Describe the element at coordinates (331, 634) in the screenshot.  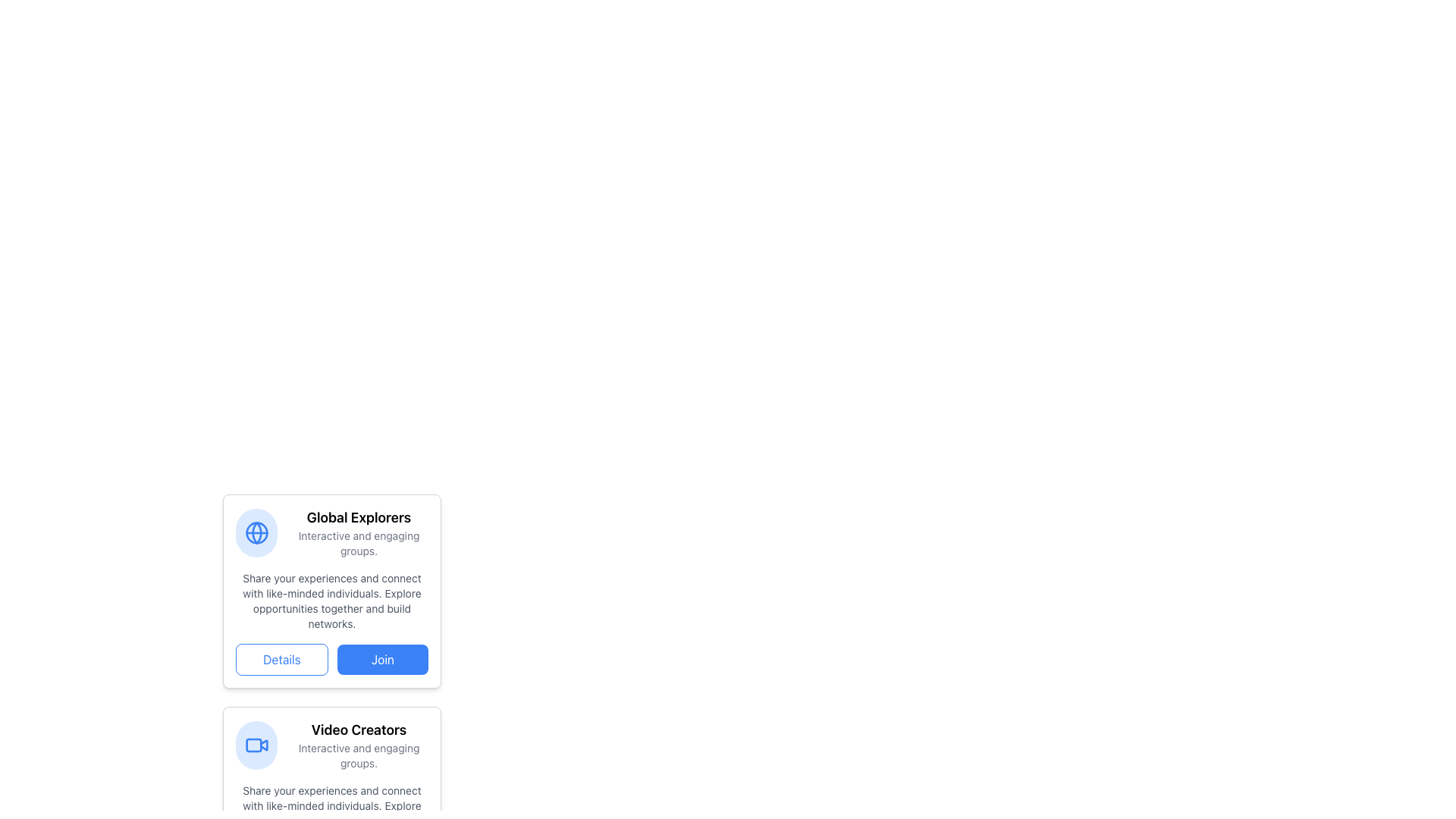
I see `the 'Join' button on the 'Global Explorers' interactive card, which is the first card in the list and contains a solid blue button labeled 'Join'` at that location.